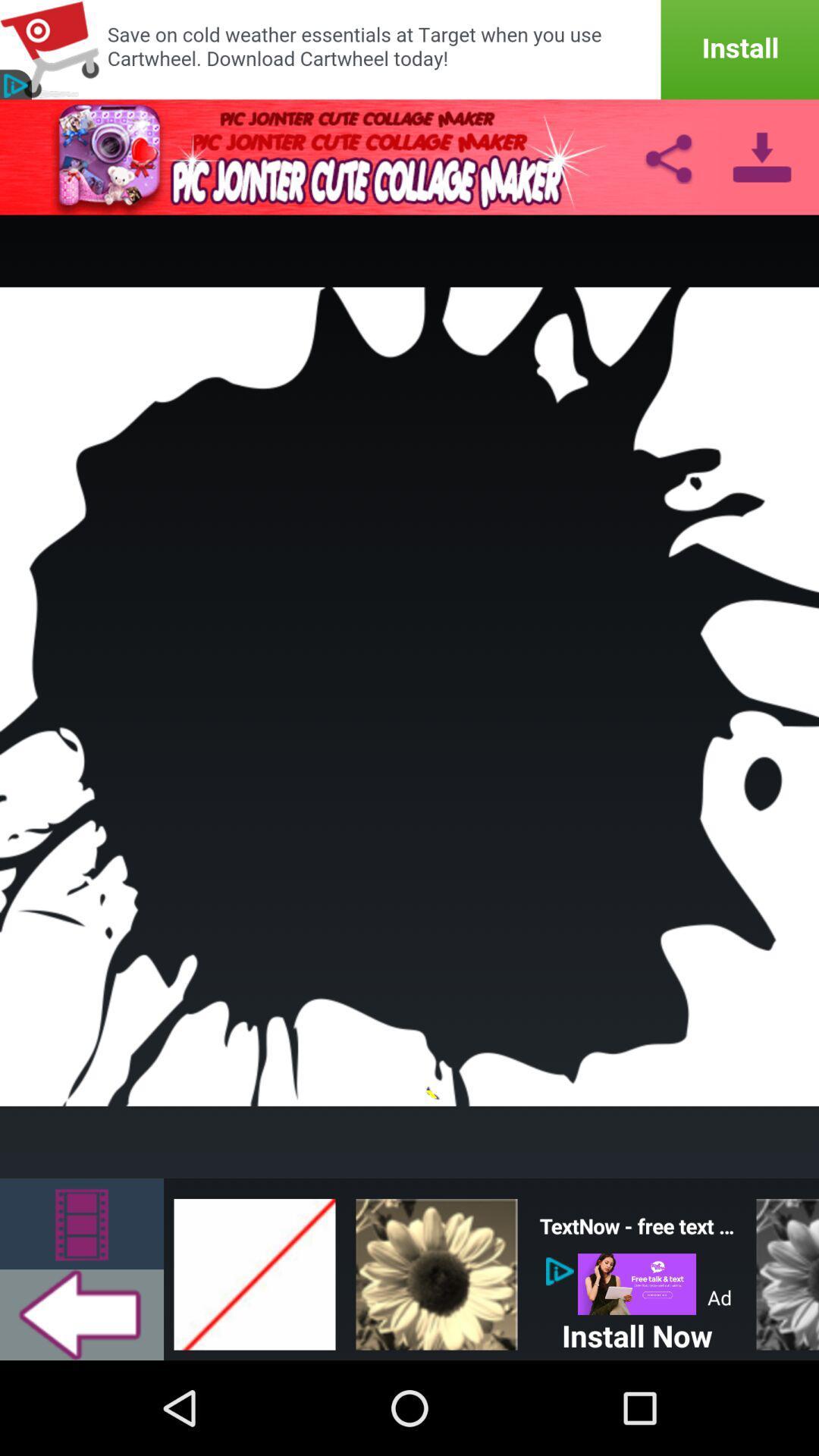 This screenshot has height=1456, width=819. Describe the element at coordinates (637, 1332) in the screenshot. I see `install now item` at that location.